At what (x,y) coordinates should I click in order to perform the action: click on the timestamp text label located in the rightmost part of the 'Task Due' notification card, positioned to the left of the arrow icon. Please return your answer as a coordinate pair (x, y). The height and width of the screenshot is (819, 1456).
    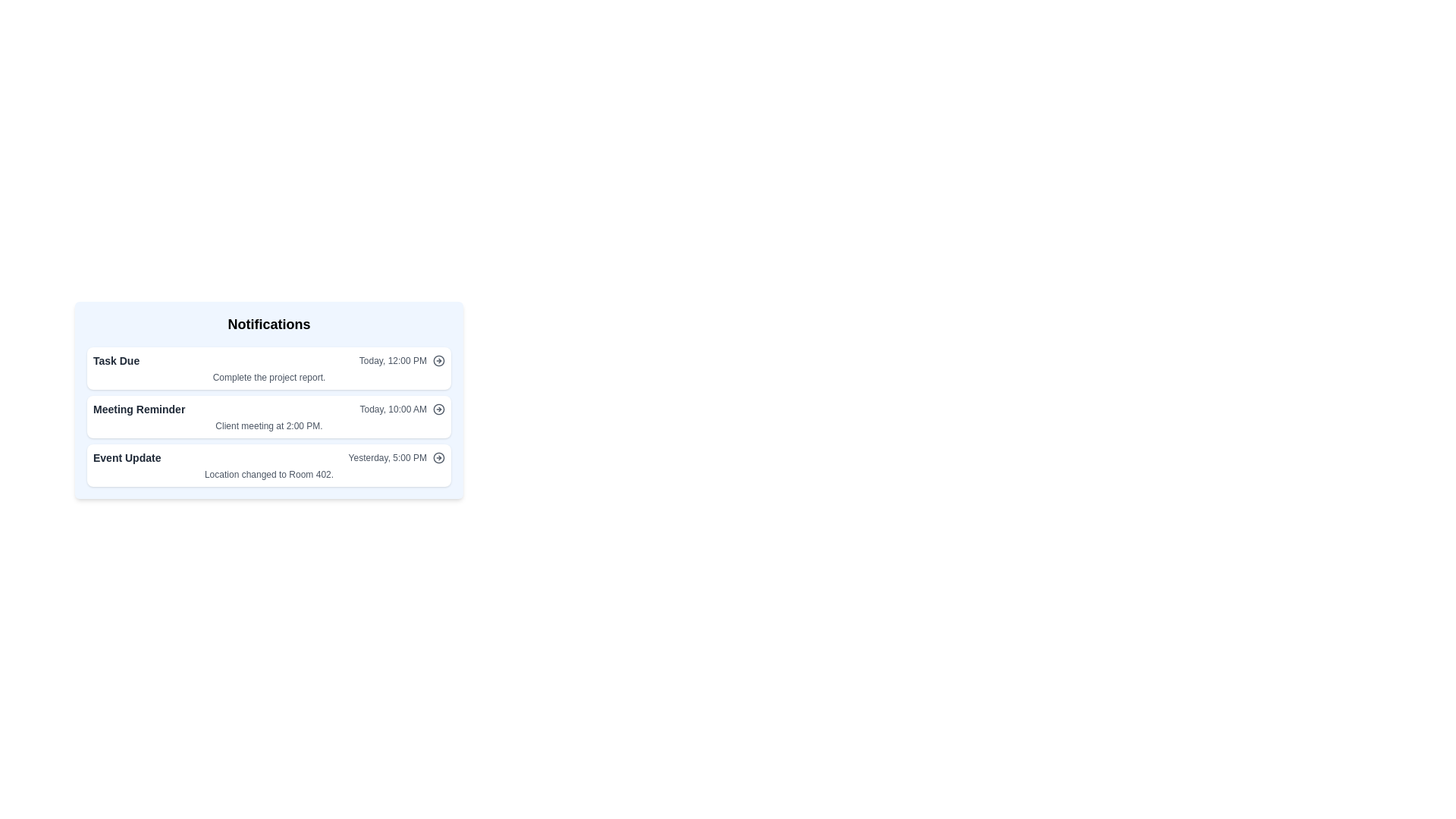
    Looking at the image, I should click on (393, 360).